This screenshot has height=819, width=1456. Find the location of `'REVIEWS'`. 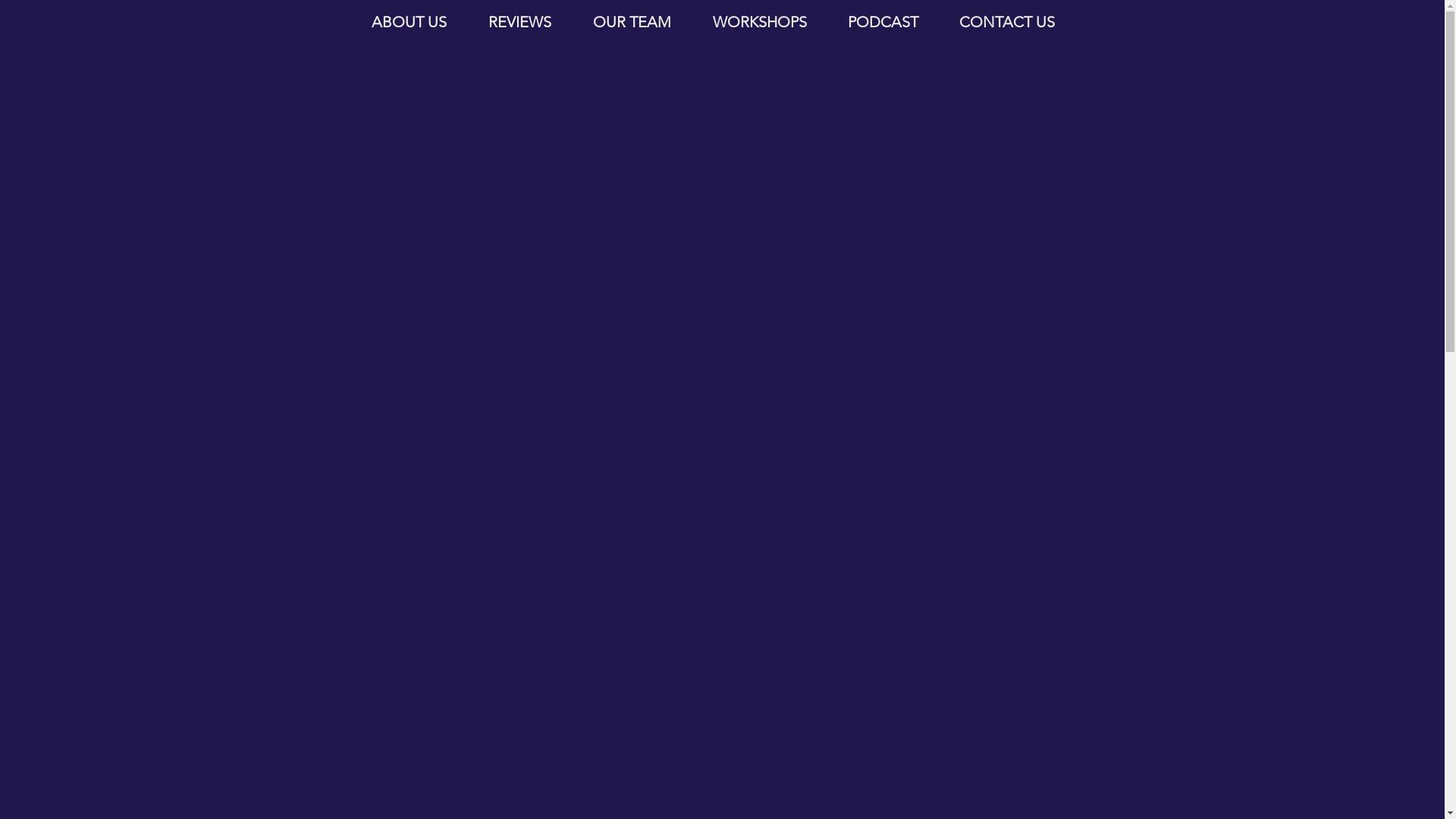

'REVIEWS' is located at coordinates (519, 22).